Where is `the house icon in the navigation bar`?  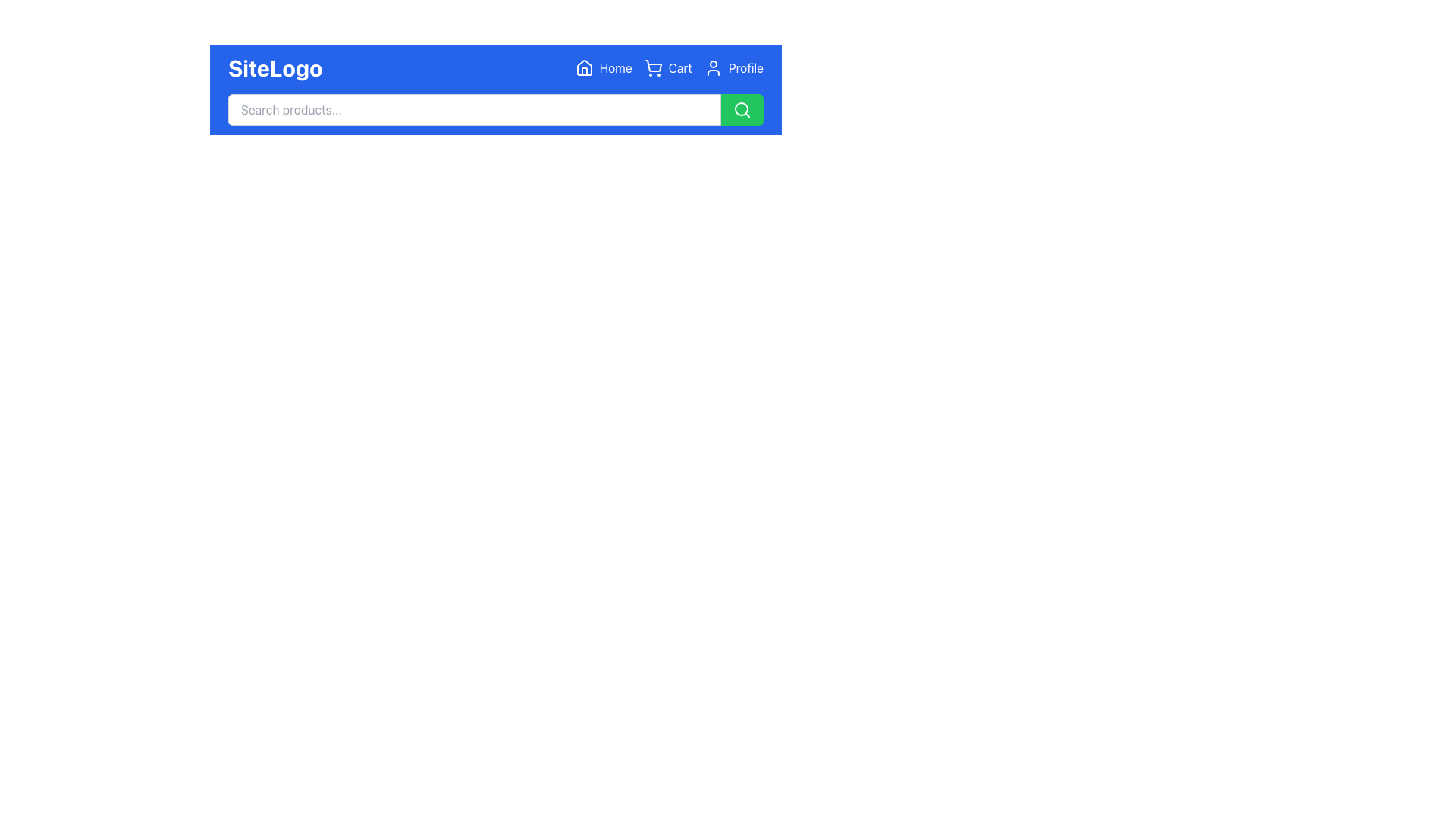
the house icon in the navigation bar is located at coordinates (583, 67).